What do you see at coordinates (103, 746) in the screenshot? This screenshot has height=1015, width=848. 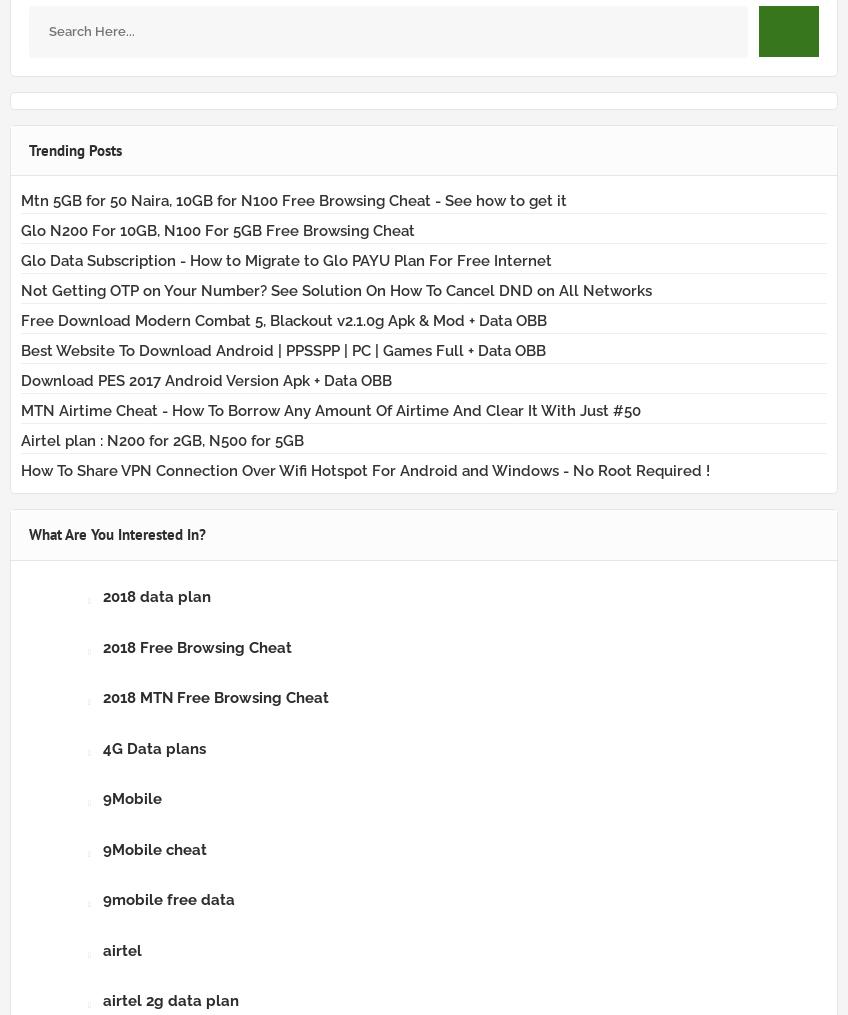 I see `'4G Data plans'` at bounding box center [103, 746].